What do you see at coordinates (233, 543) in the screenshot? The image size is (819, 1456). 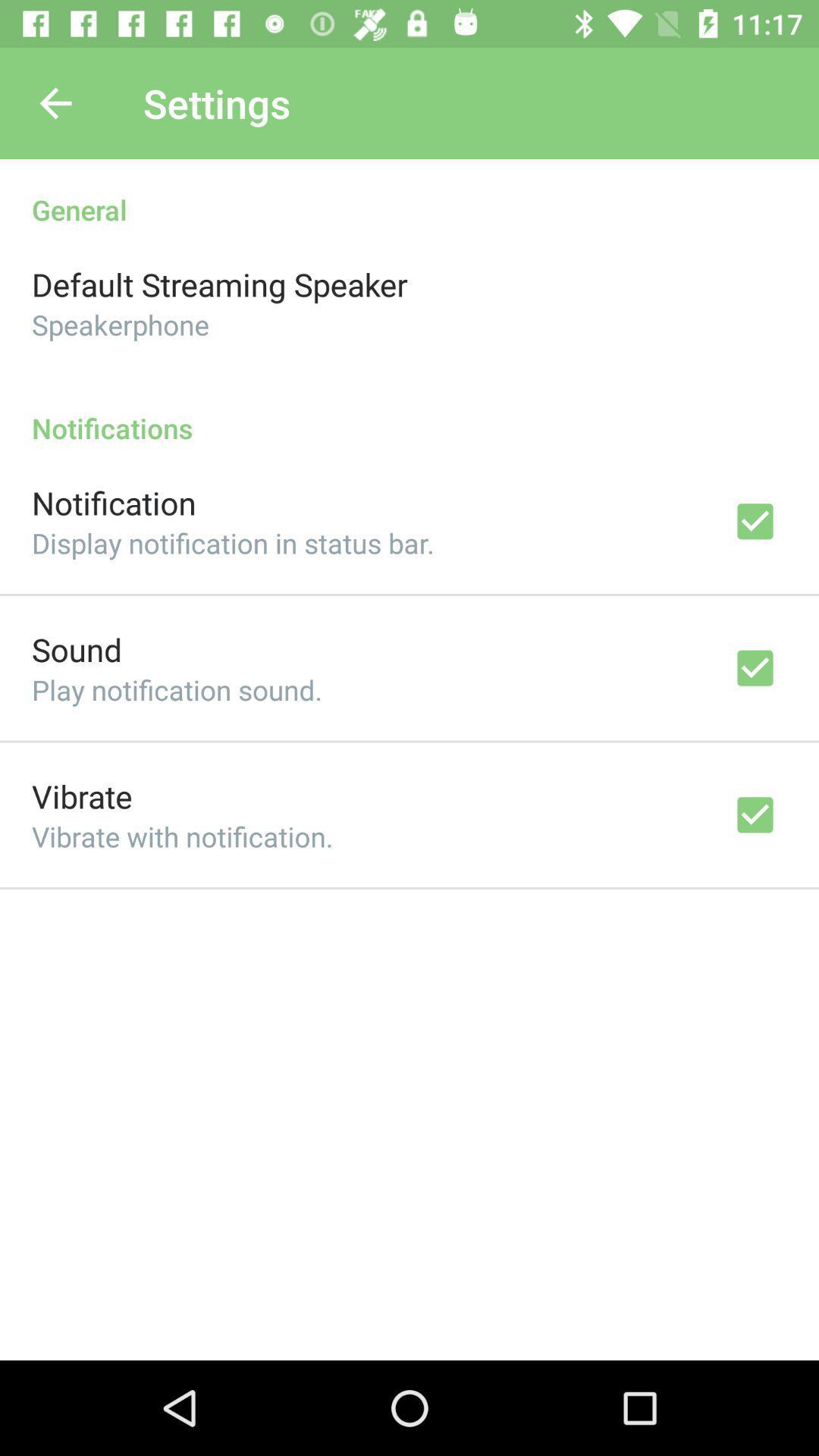 I see `display notification in` at bounding box center [233, 543].